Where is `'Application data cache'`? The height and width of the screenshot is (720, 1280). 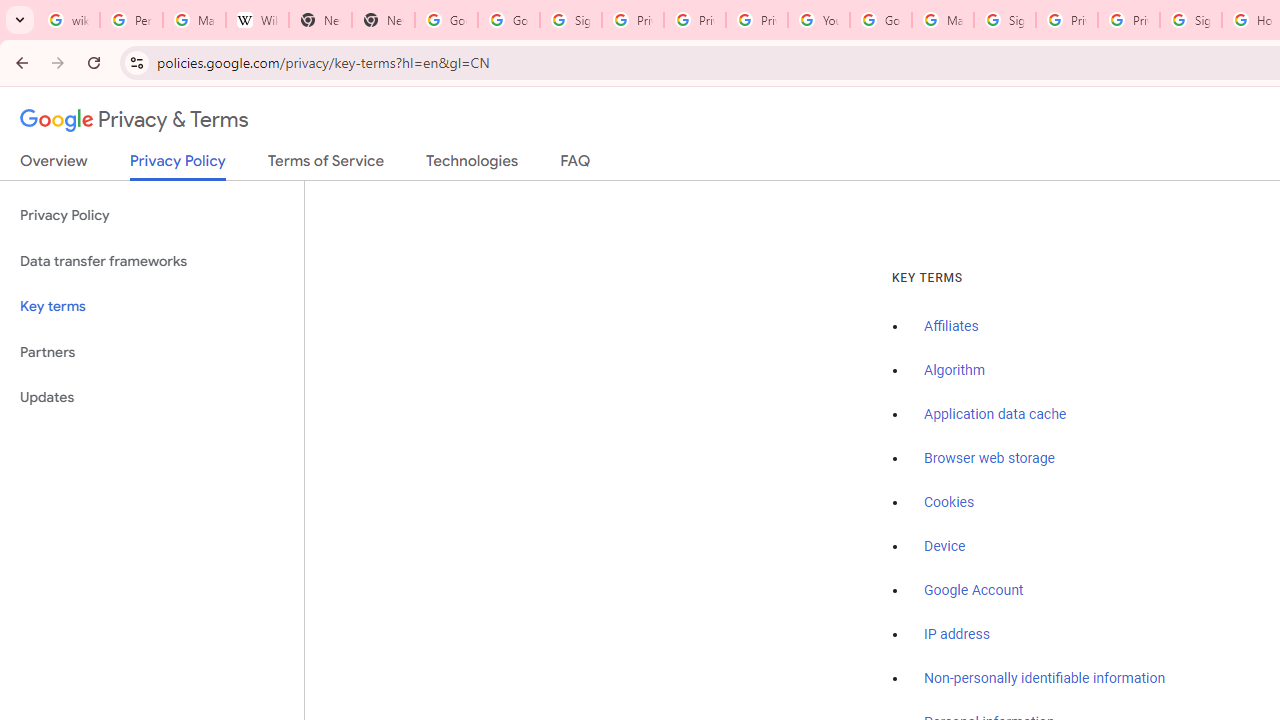 'Application data cache' is located at coordinates (995, 414).